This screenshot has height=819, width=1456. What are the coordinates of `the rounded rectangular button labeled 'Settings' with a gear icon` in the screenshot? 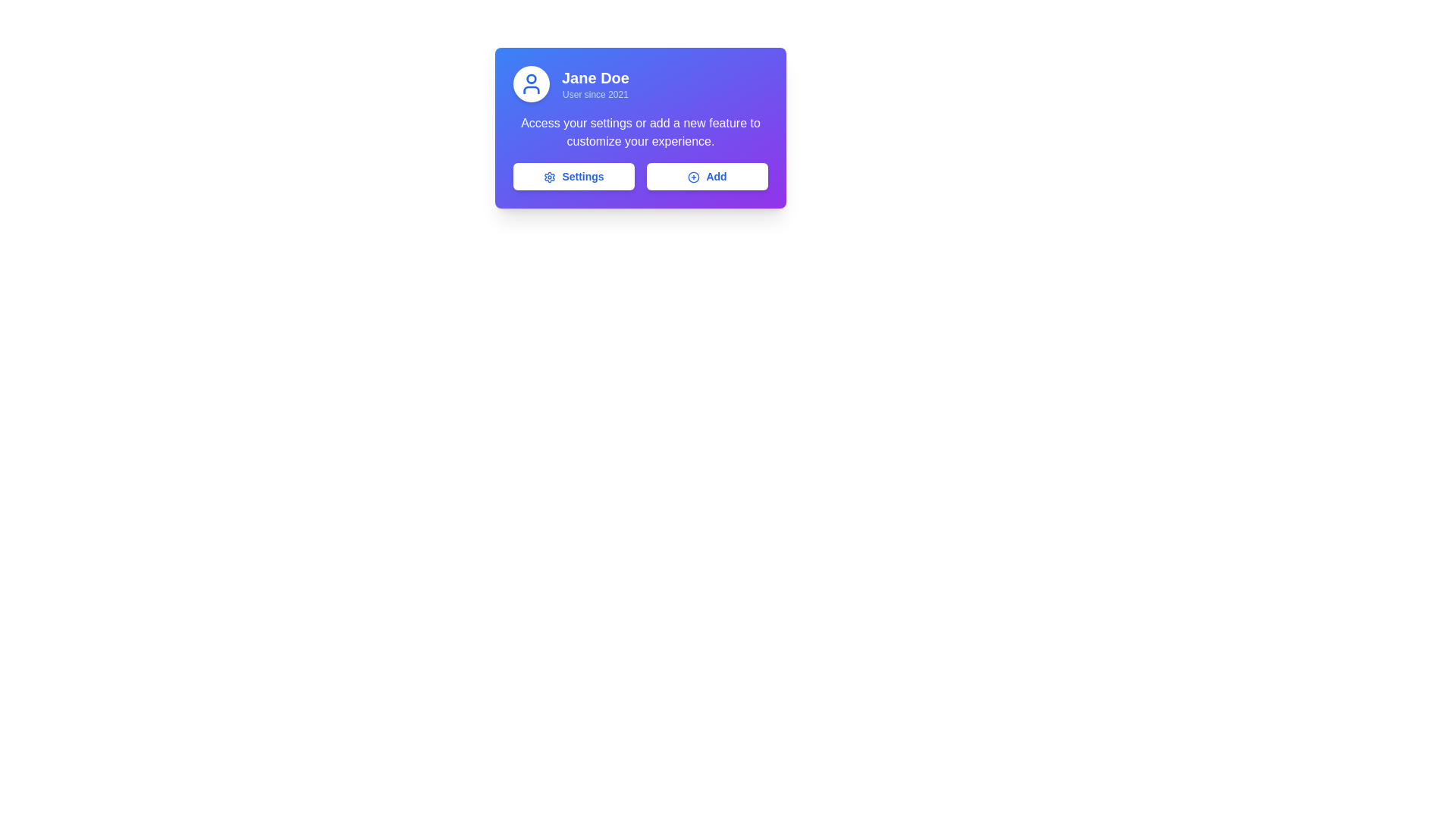 It's located at (573, 175).